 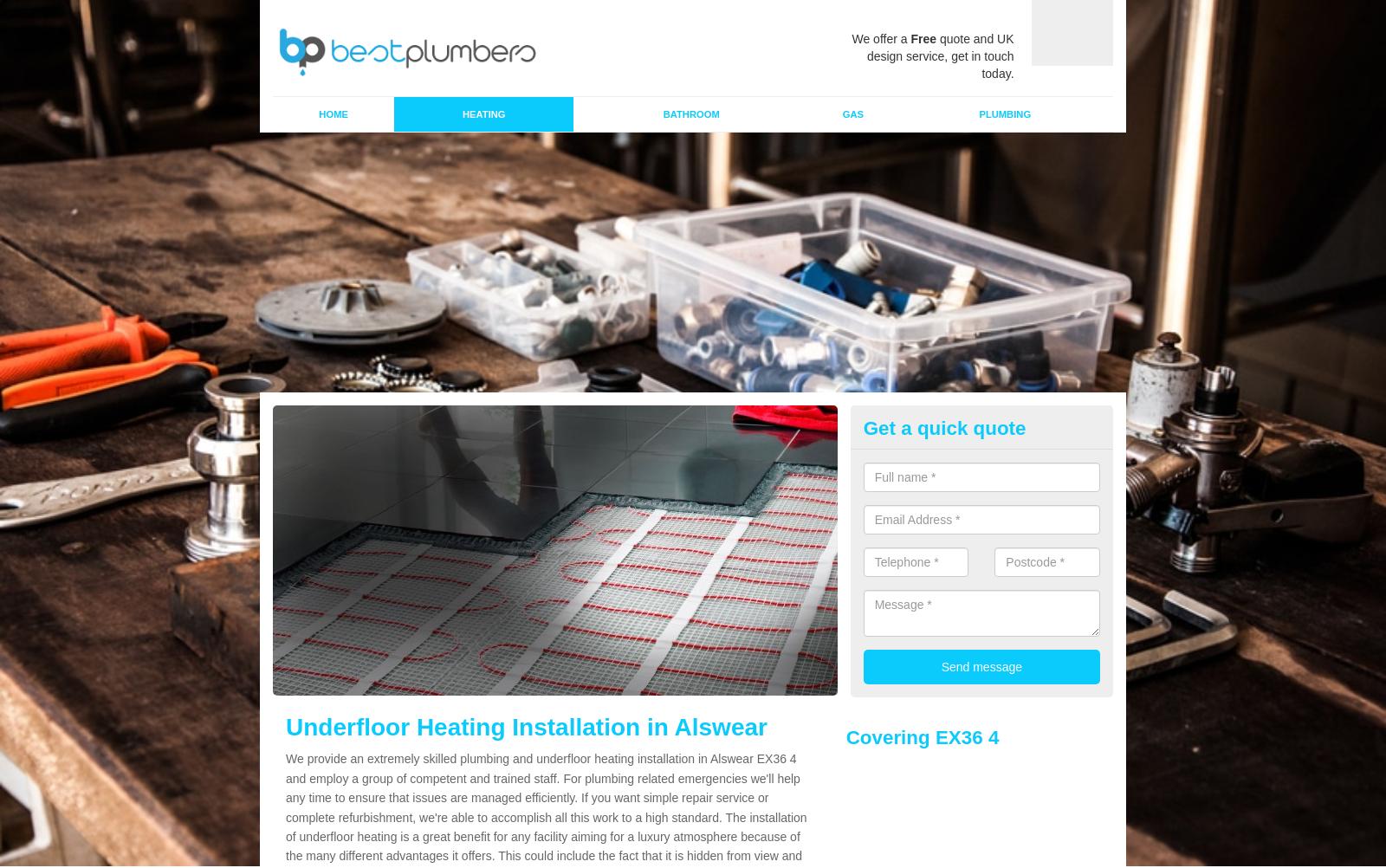 I want to click on 'Underfloor Warmth Generator in Alswear', so click(x=529, y=729).